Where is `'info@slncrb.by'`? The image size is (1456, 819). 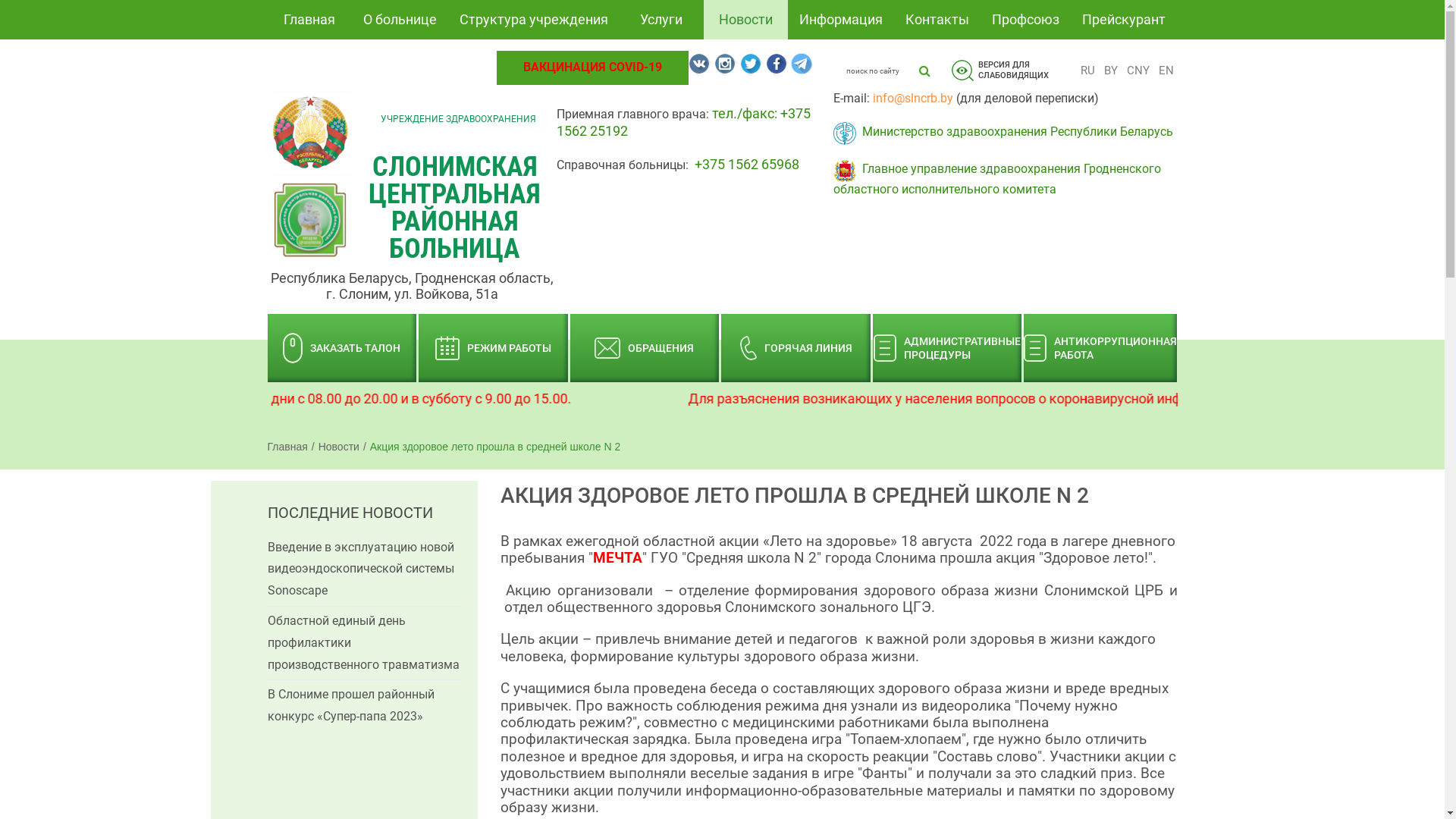 'info@slncrb.by' is located at coordinates (912, 98).